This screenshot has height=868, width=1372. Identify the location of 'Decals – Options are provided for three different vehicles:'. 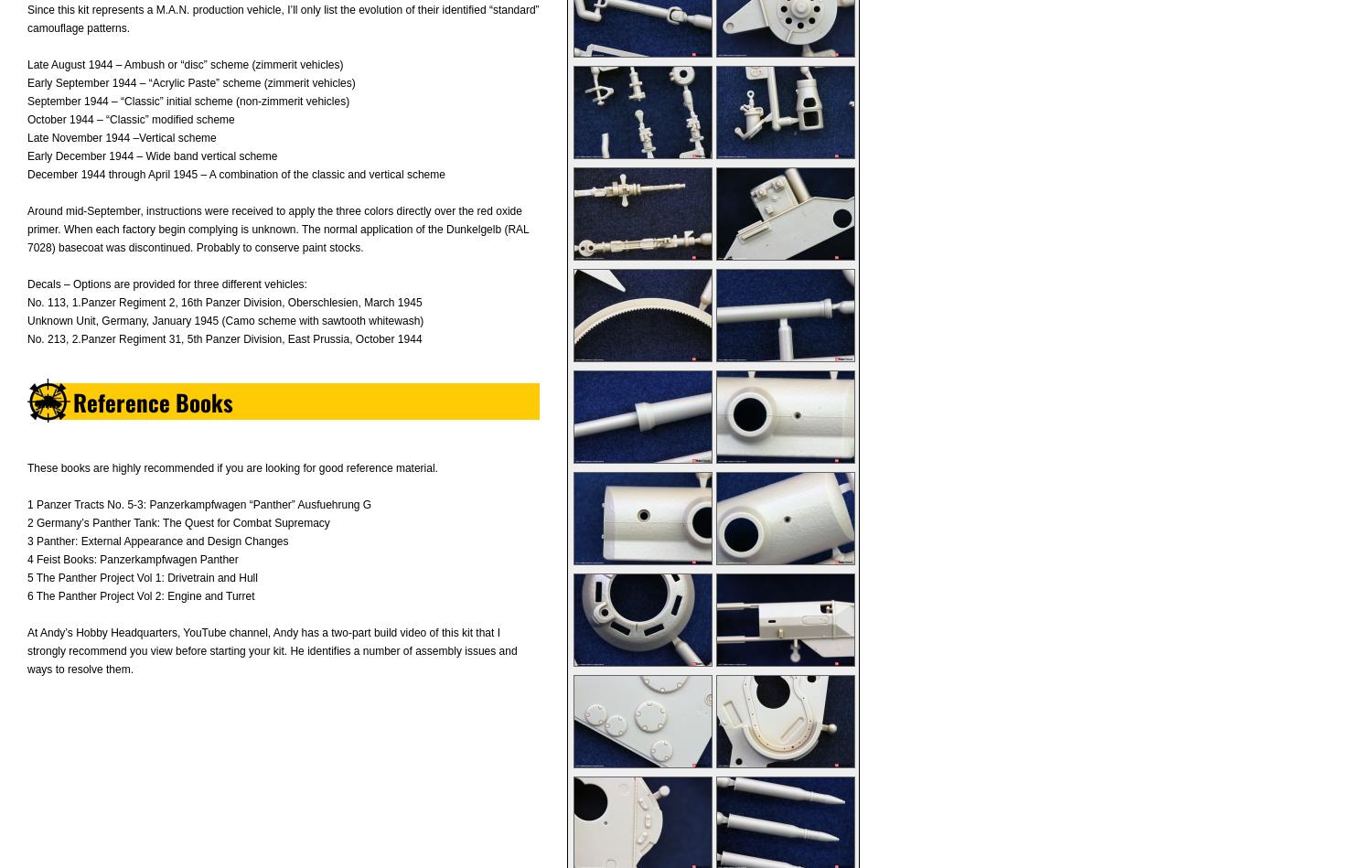
(166, 283).